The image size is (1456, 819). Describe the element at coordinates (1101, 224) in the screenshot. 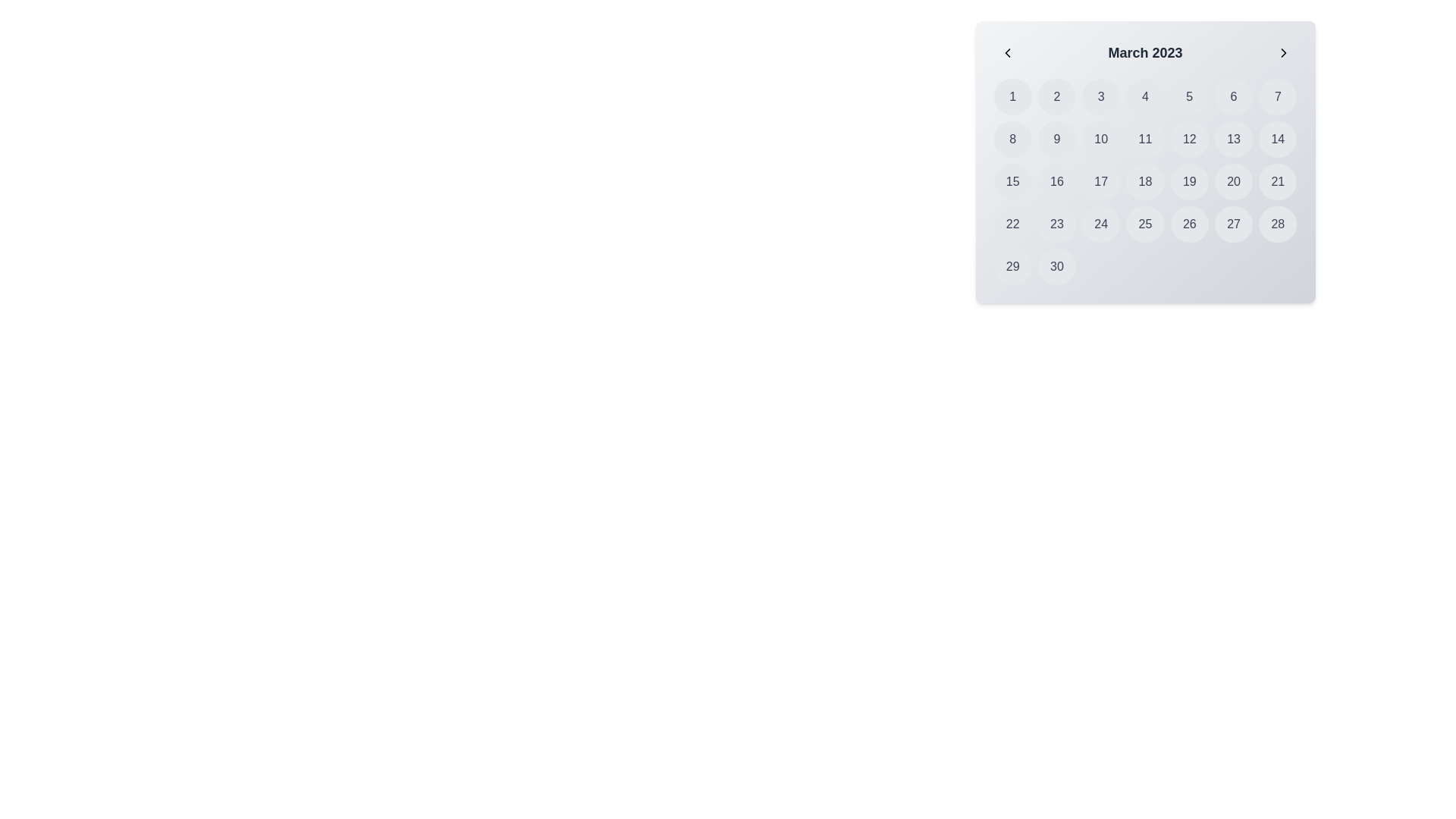

I see `the circular button displaying the number '24' in the lower half of the calendar grid` at that location.